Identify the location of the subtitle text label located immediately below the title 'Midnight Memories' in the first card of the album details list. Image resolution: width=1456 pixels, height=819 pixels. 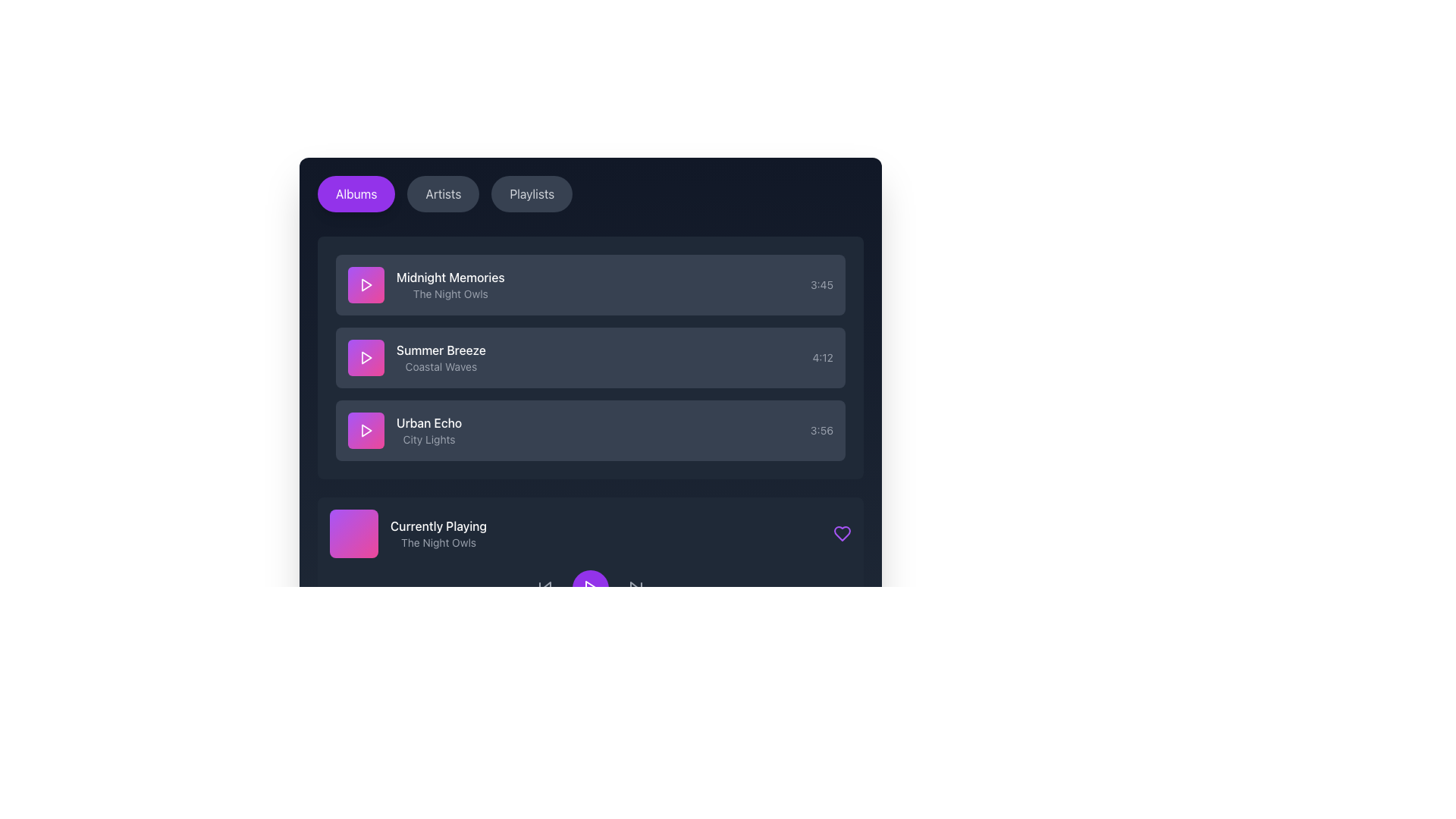
(450, 294).